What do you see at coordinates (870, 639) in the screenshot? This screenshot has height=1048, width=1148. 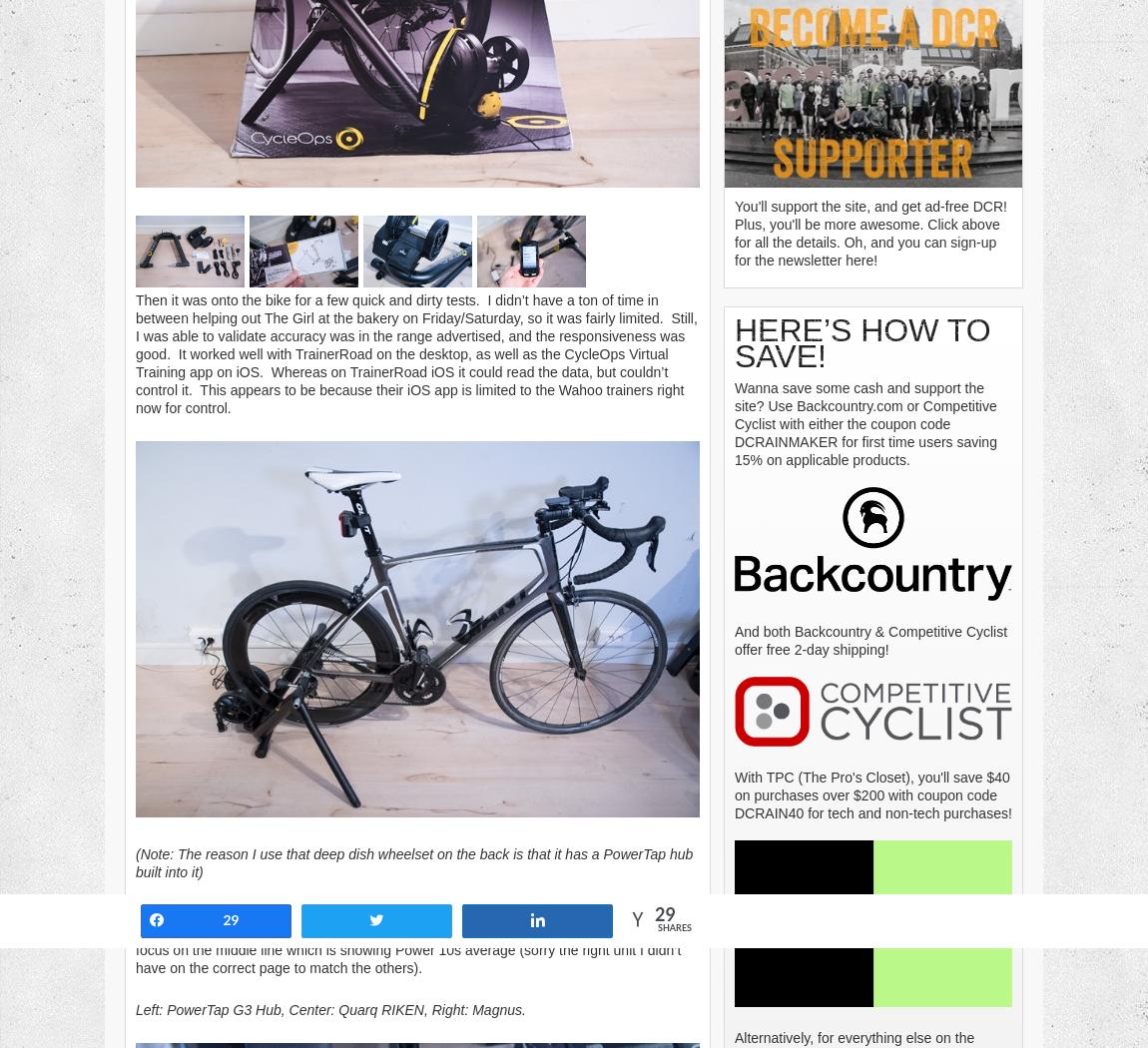 I see `'And both Backcountry & Competitive Cyclist offer free 2-day shipping!'` at bounding box center [870, 639].